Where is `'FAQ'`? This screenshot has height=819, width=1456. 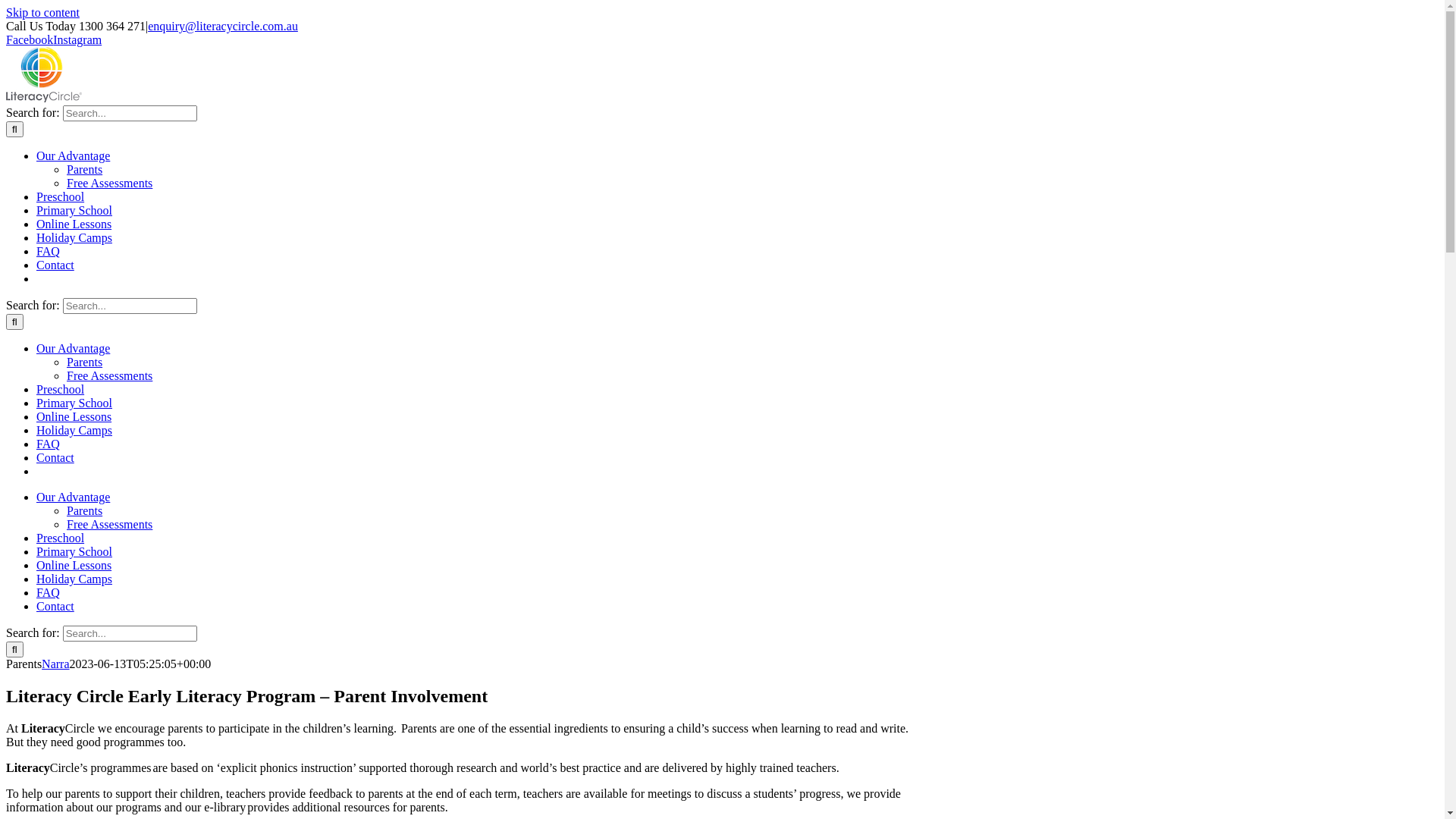 'FAQ' is located at coordinates (48, 444).